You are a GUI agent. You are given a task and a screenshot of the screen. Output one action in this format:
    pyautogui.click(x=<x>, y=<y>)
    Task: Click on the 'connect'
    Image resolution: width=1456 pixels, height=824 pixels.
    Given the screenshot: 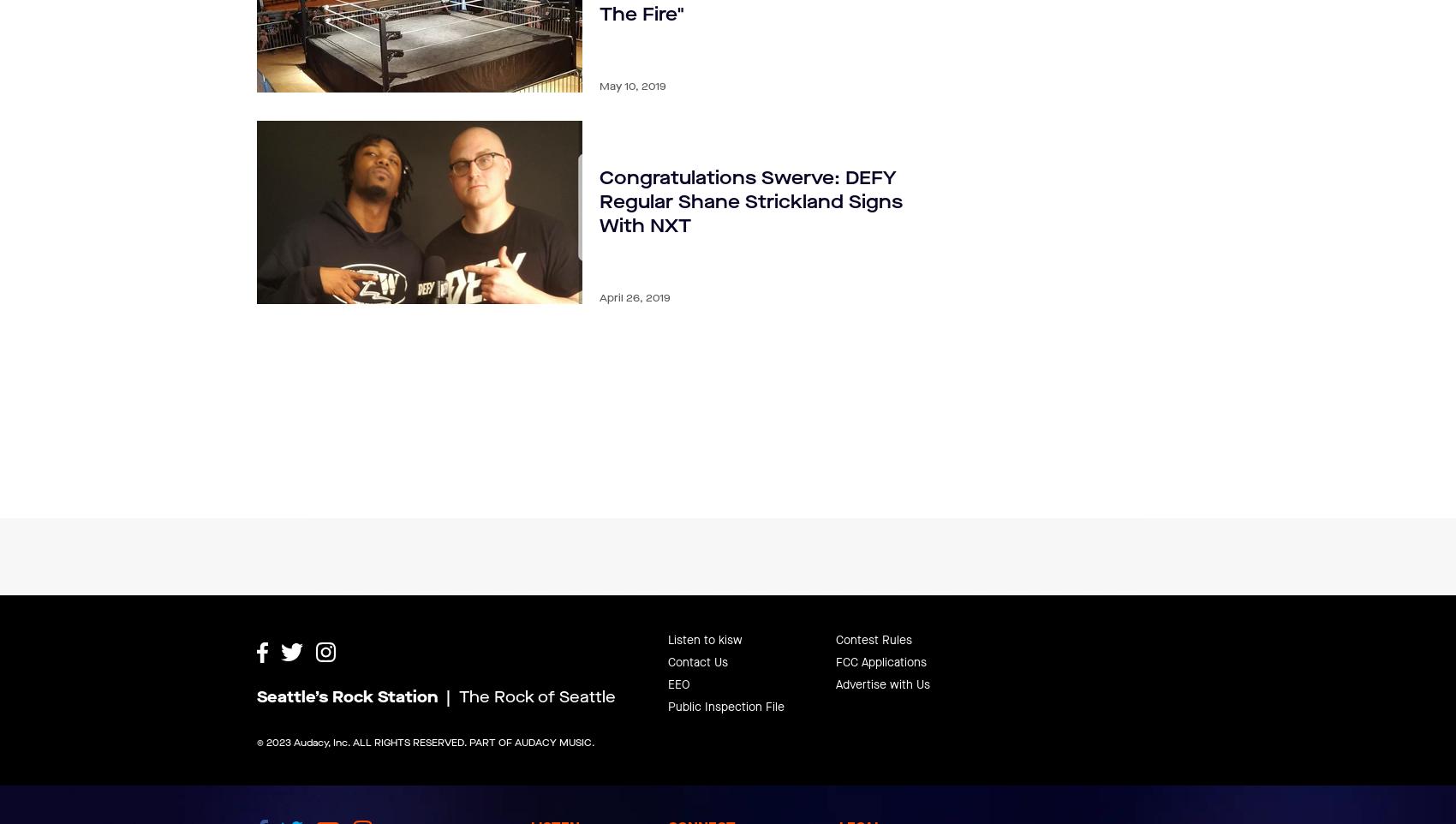 What is the action you would take?
    pyautogui.click(x=701, y=785)
    